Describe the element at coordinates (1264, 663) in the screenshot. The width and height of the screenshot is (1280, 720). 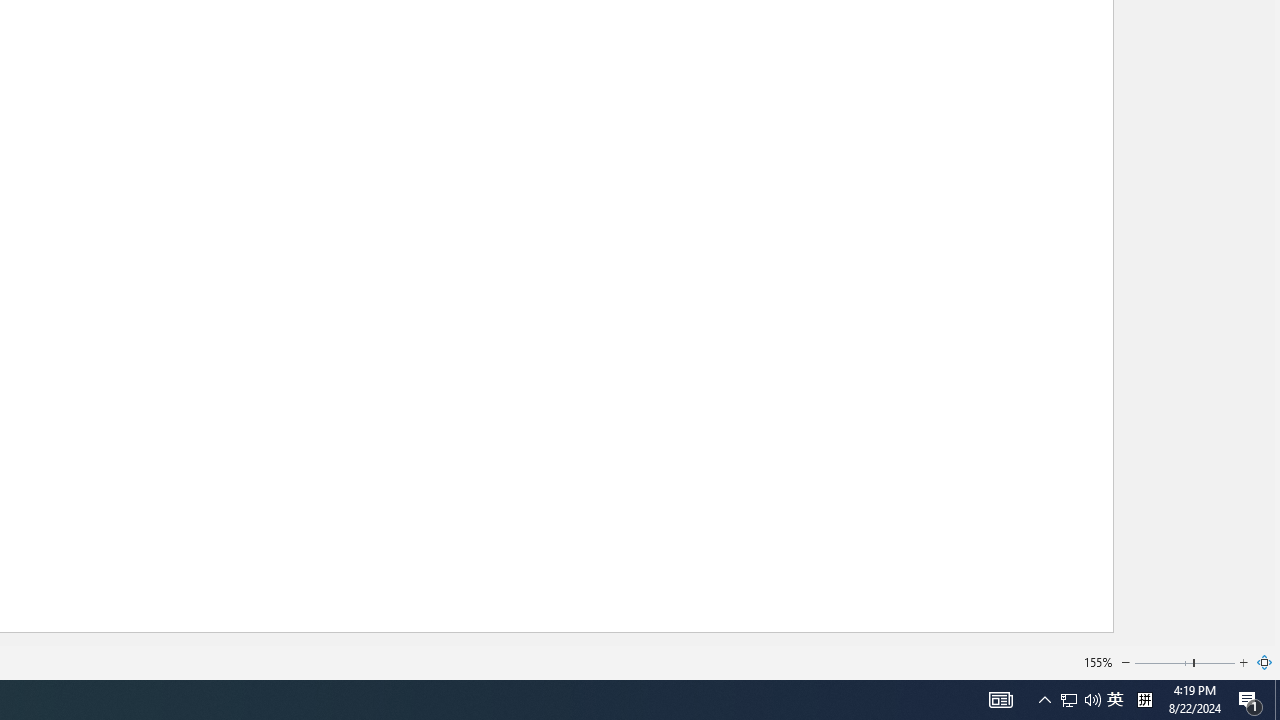
I see `'Zoom to Page'` at that location.